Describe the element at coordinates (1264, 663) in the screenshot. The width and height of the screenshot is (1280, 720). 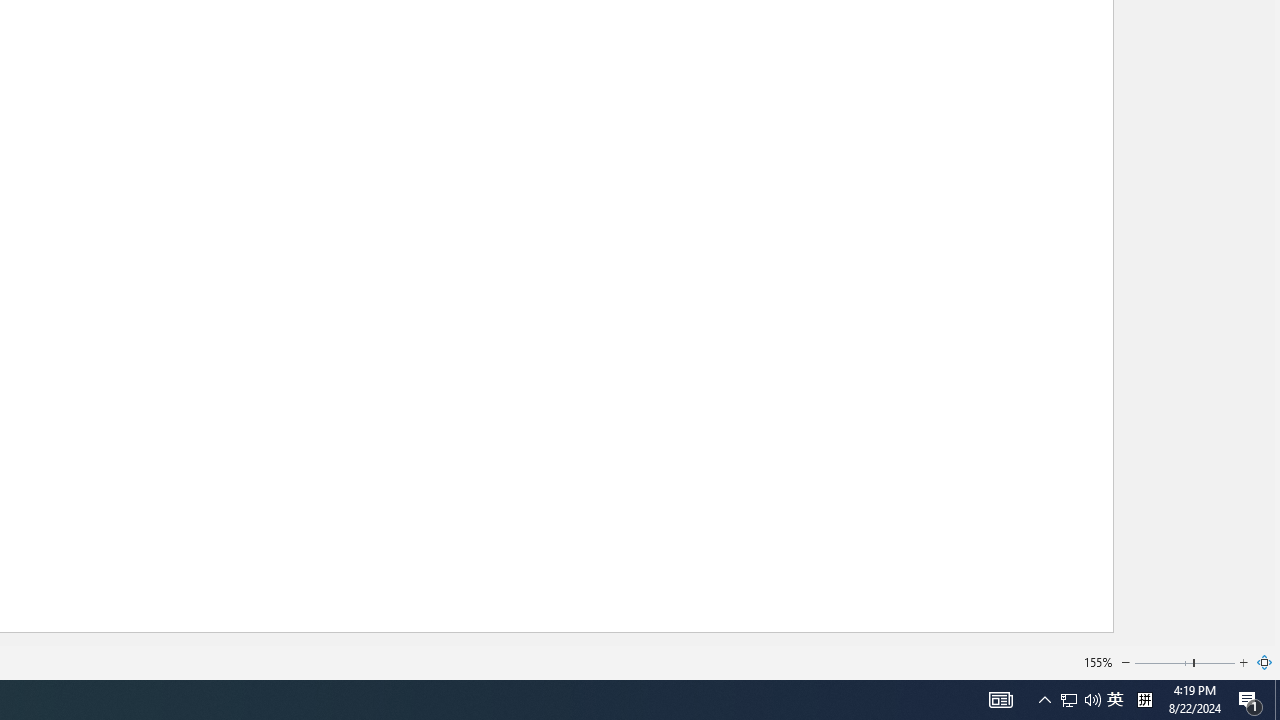
I see `'Zoom to Page'` at that location.